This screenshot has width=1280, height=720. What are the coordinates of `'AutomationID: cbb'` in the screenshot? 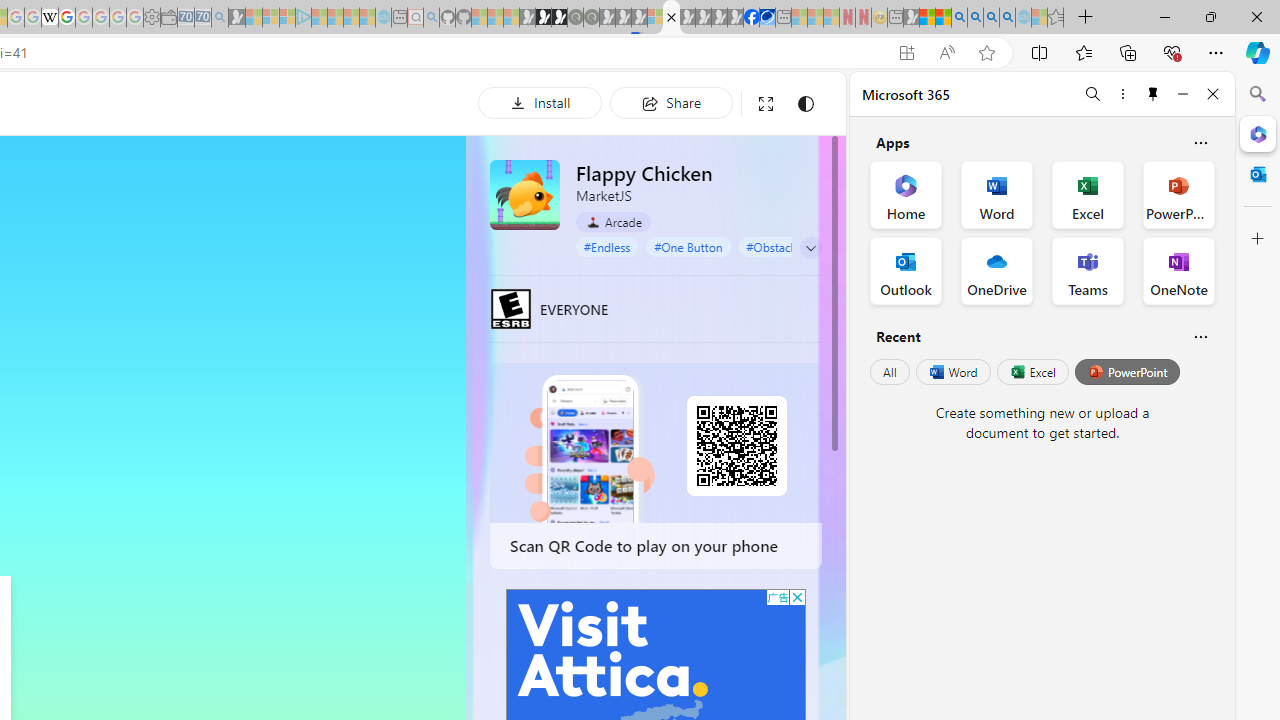 It's located at (796, 596).